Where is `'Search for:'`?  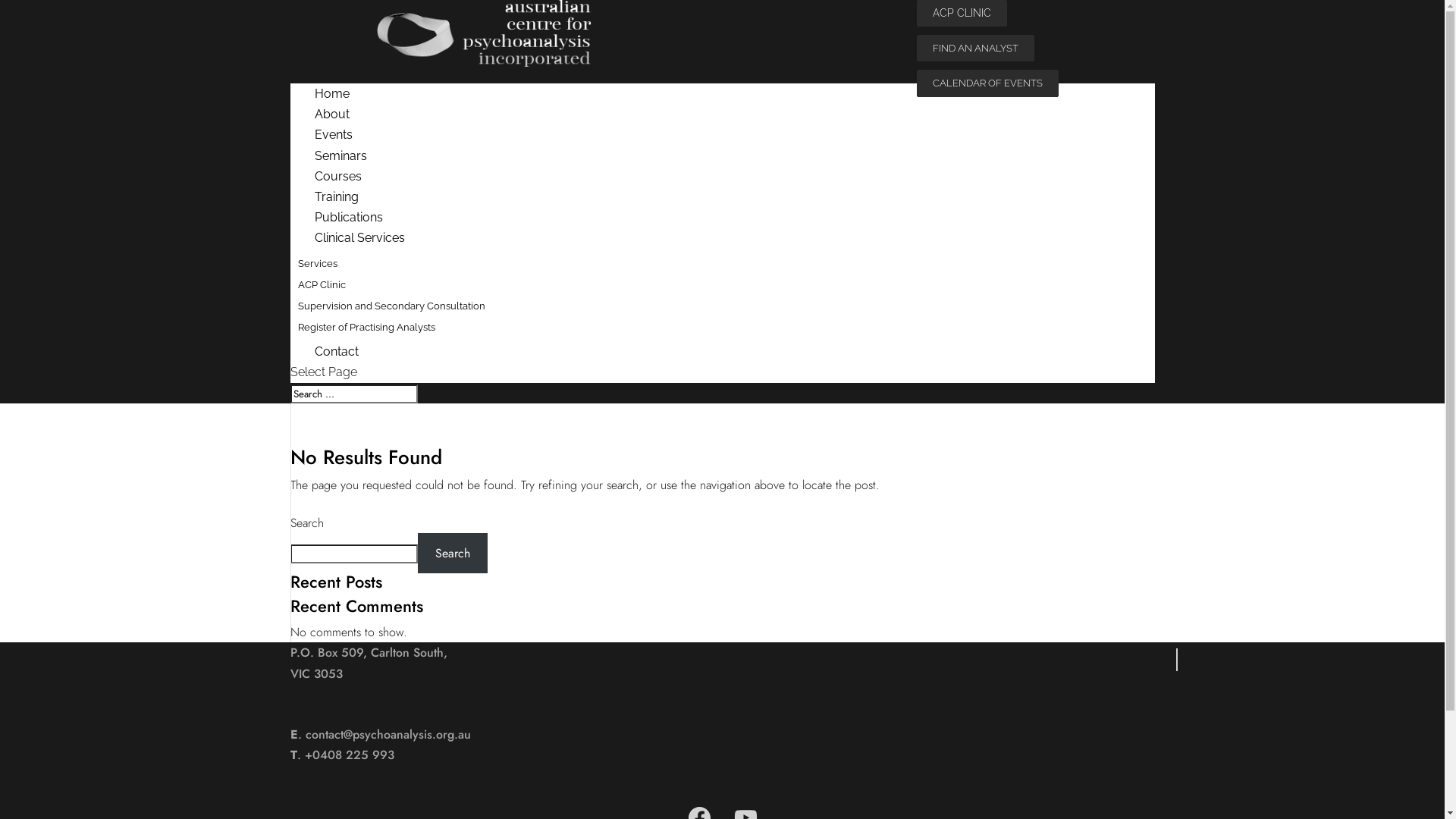
'Search for:' is located at coordinates (290, 393).